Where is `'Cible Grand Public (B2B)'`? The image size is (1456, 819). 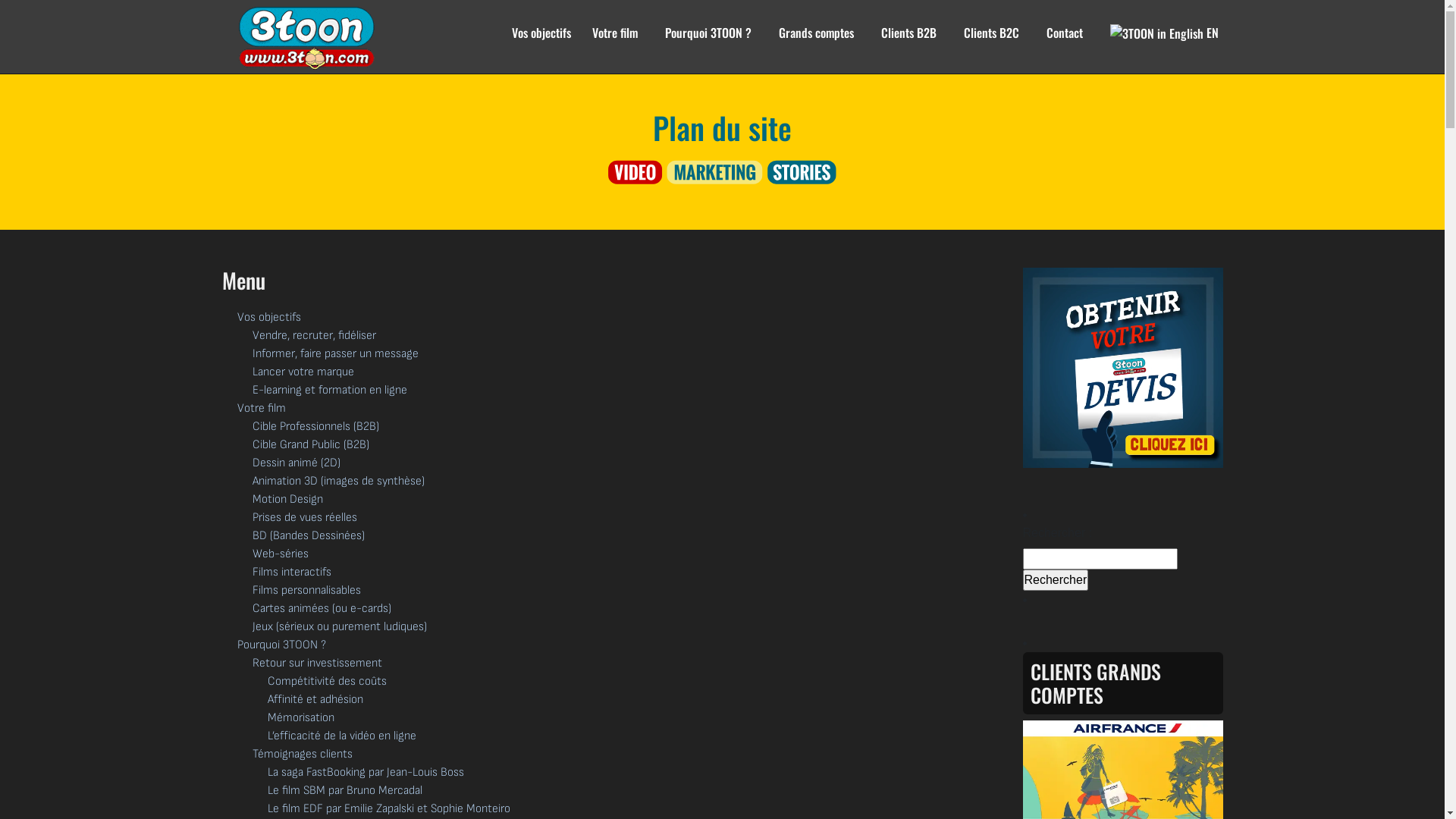 'Cible Grand Public (B2B)' is located at coordinates (251, 444).